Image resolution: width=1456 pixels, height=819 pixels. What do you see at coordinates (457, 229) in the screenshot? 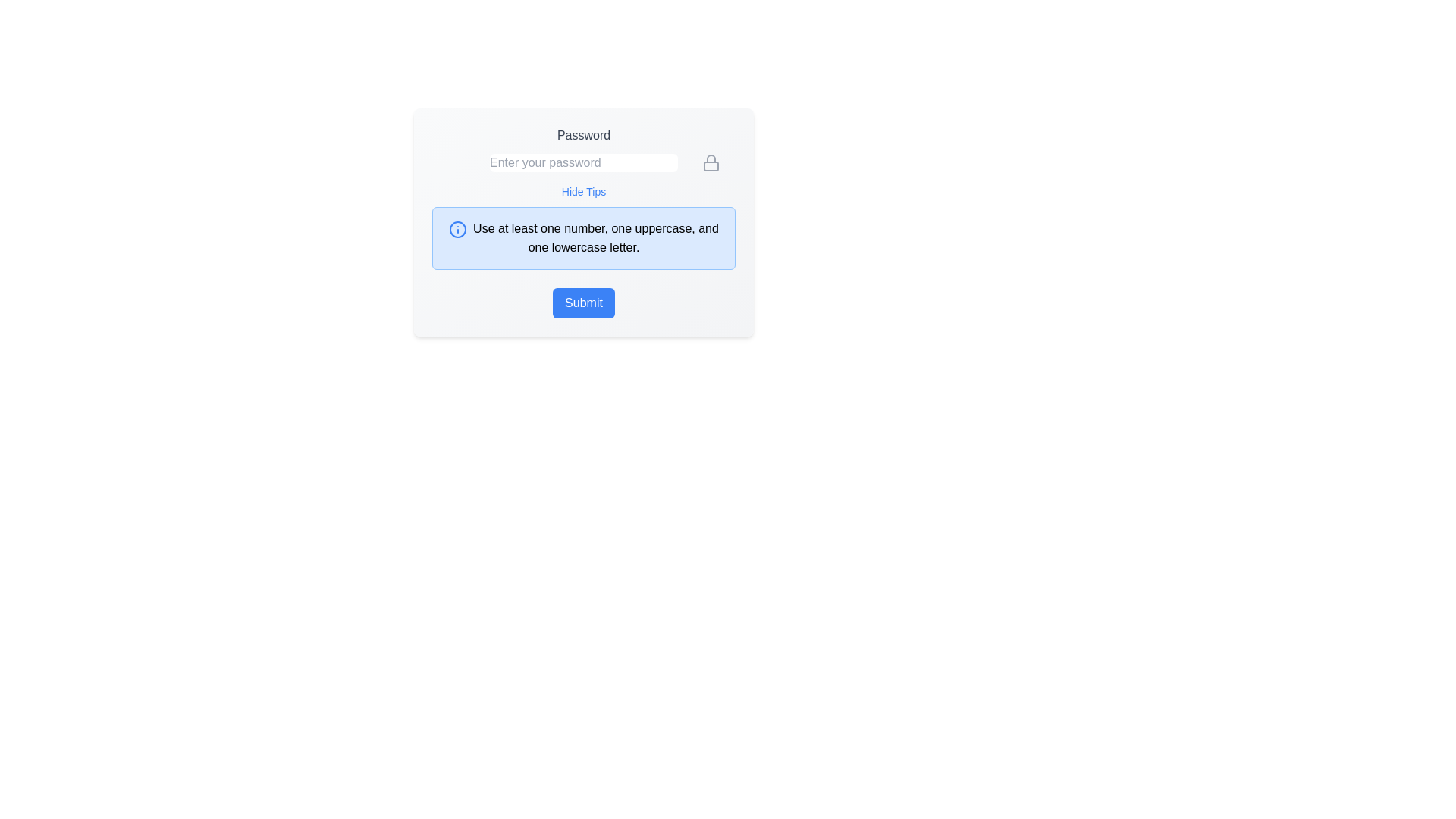
I see `the circular icon that indicates additional information about password requirements by moving the cursor to its center` at bounding box center [457, 229].